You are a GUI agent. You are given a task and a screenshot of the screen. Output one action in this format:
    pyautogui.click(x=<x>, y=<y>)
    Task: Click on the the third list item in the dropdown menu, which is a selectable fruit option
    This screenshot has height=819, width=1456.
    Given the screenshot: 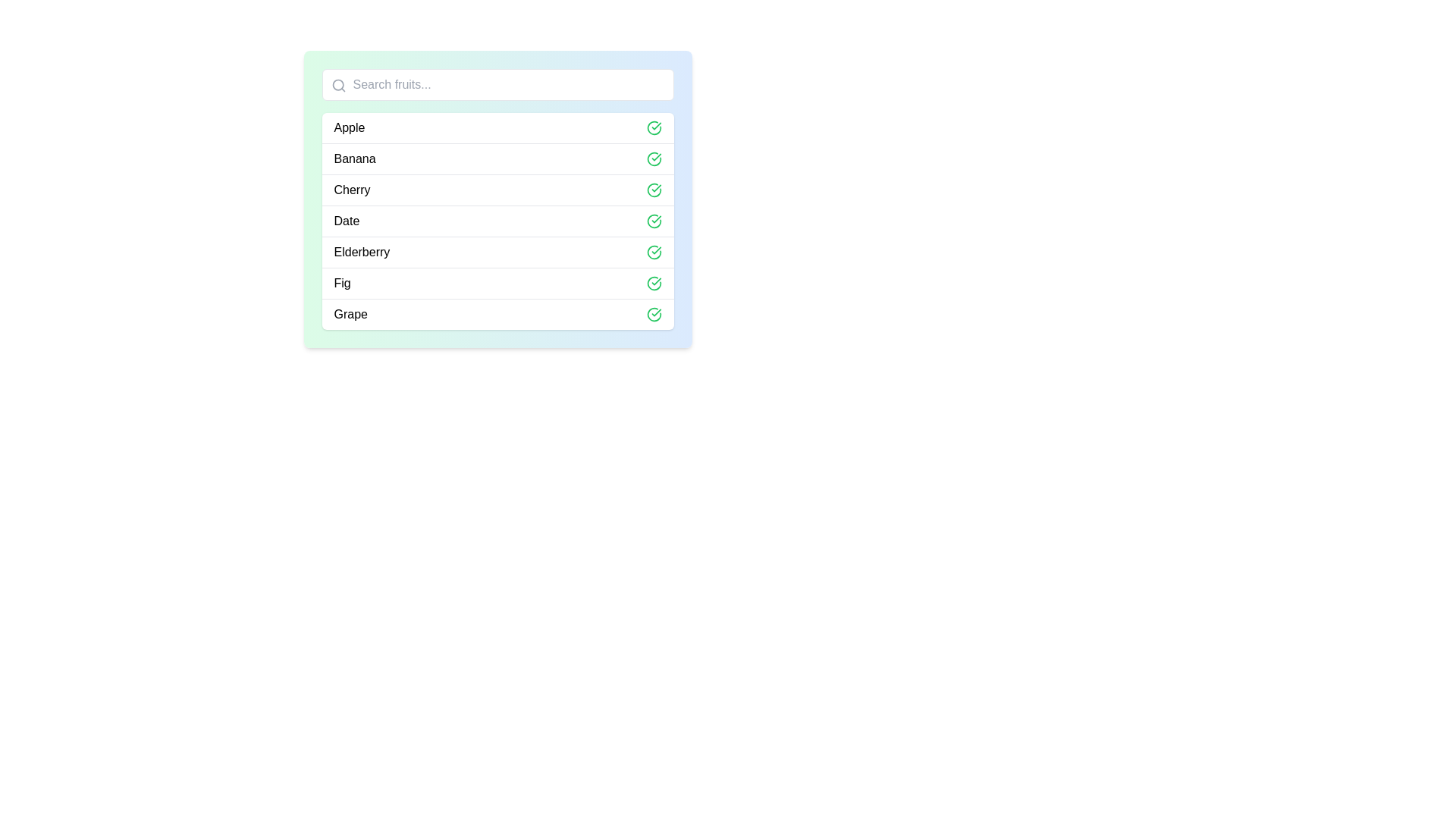 What is the action you would take?
    pyautogui.click(x=497, y=189)
    